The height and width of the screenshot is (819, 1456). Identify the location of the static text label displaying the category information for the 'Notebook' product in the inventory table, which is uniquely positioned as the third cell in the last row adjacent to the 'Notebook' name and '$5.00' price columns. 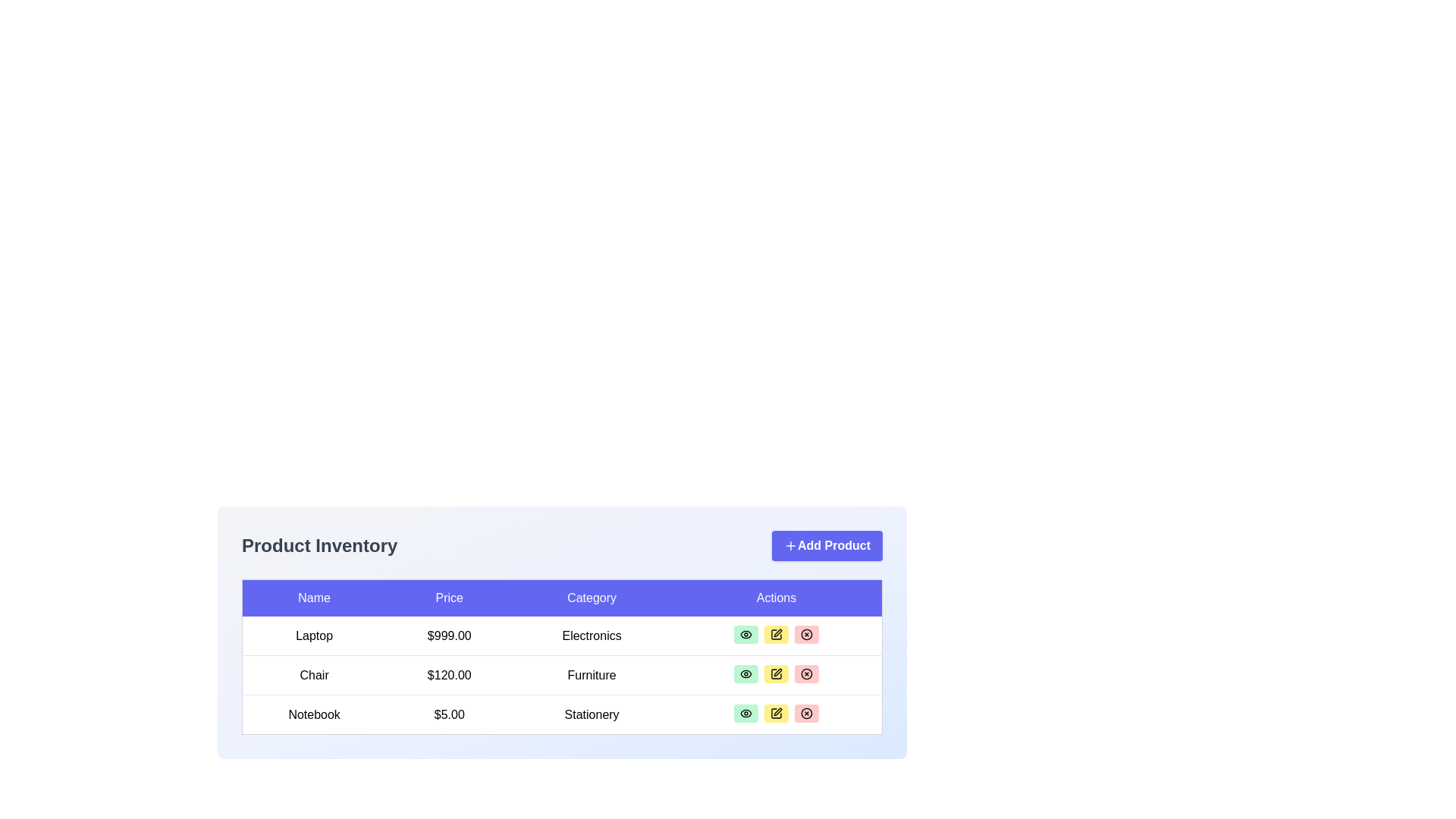
(591, 714).